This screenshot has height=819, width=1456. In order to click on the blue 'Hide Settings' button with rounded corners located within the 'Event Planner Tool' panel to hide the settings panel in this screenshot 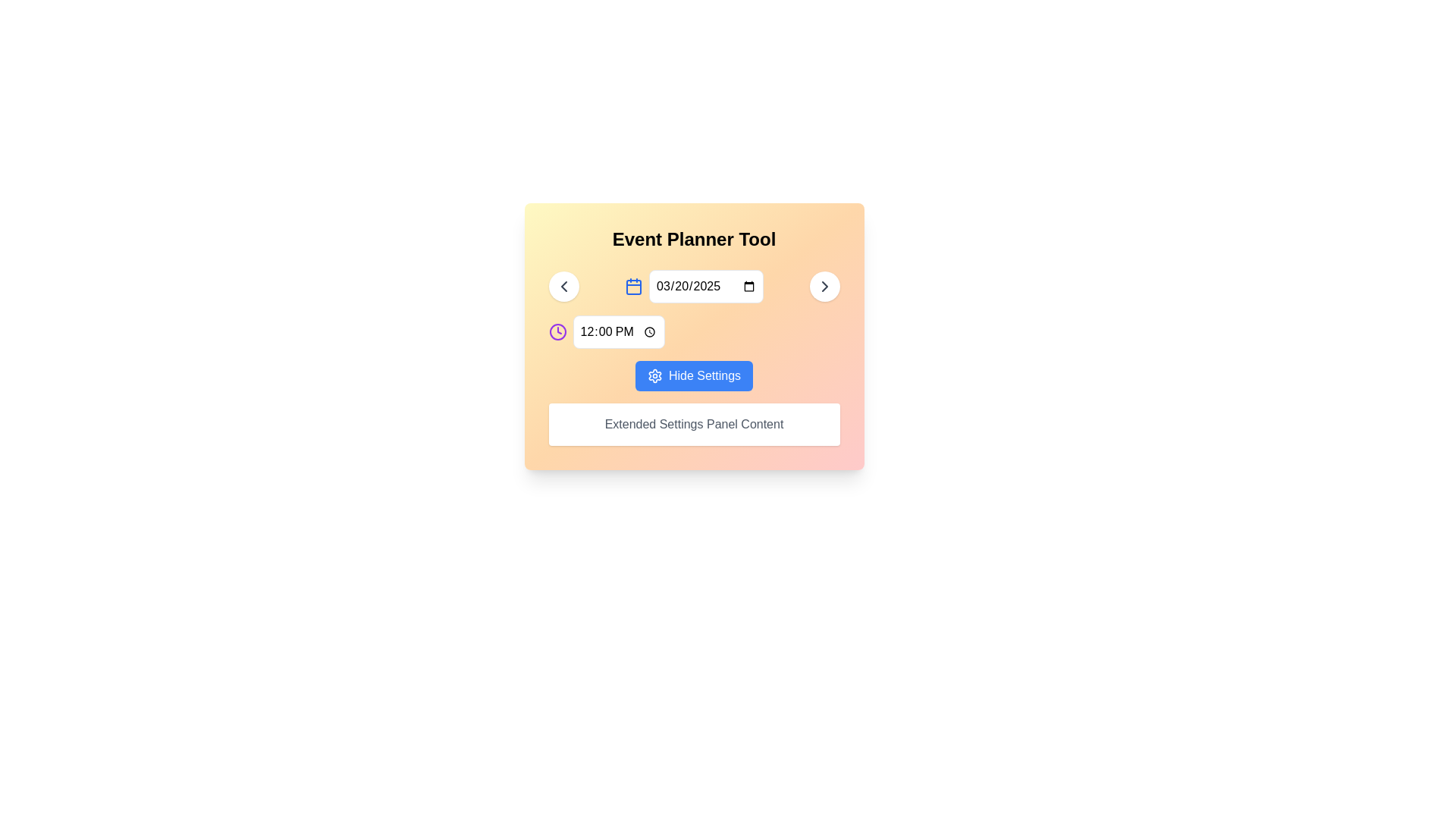, I will do `click(693, 375)`.